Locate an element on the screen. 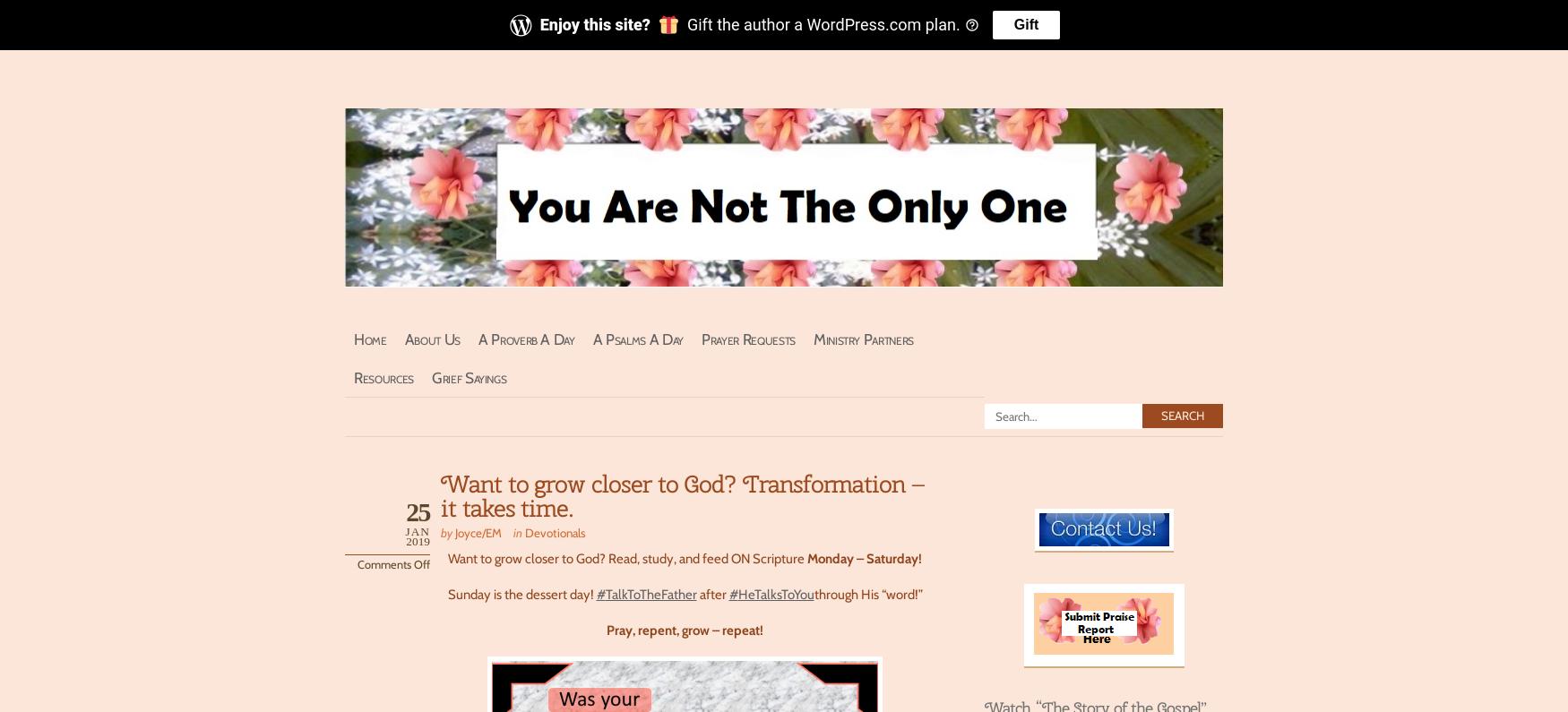 This screenshot has width=1568, height=712. 'Ministry Partners' is located at coordinates (863, 338).